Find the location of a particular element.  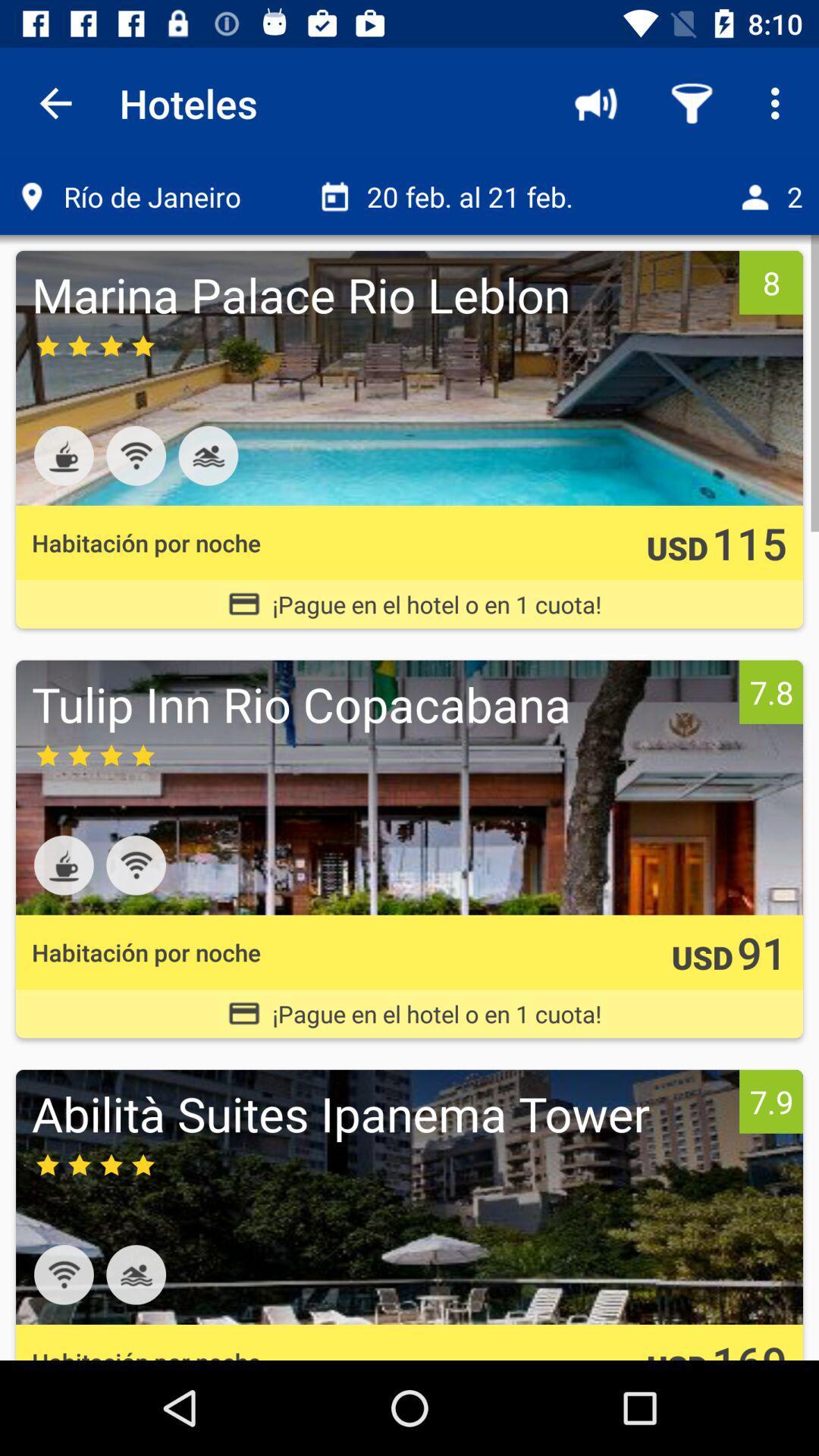

the app to the left of hoteles is located at coordinates (55, 102).